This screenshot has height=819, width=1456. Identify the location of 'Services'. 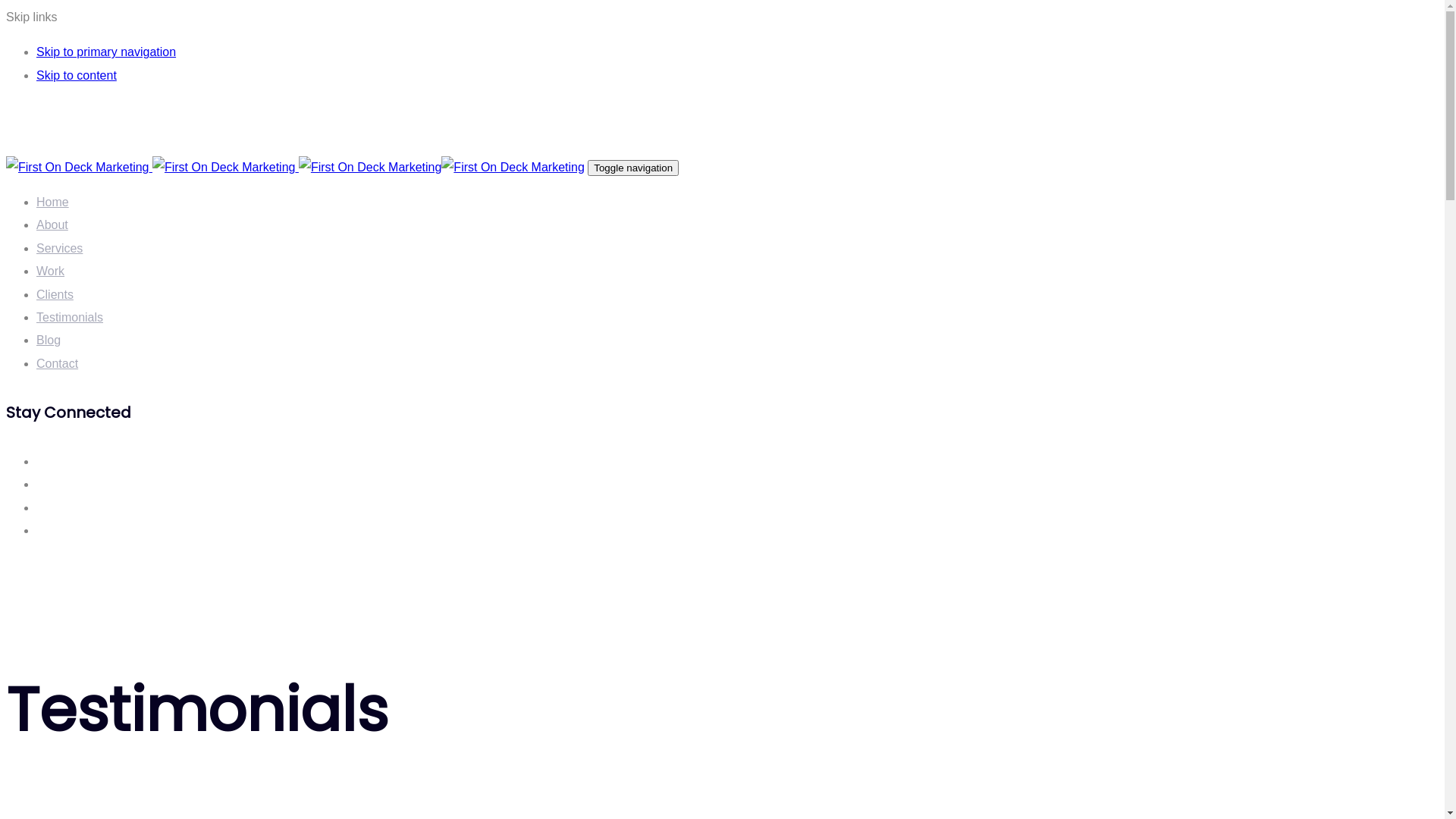
(59, 247).